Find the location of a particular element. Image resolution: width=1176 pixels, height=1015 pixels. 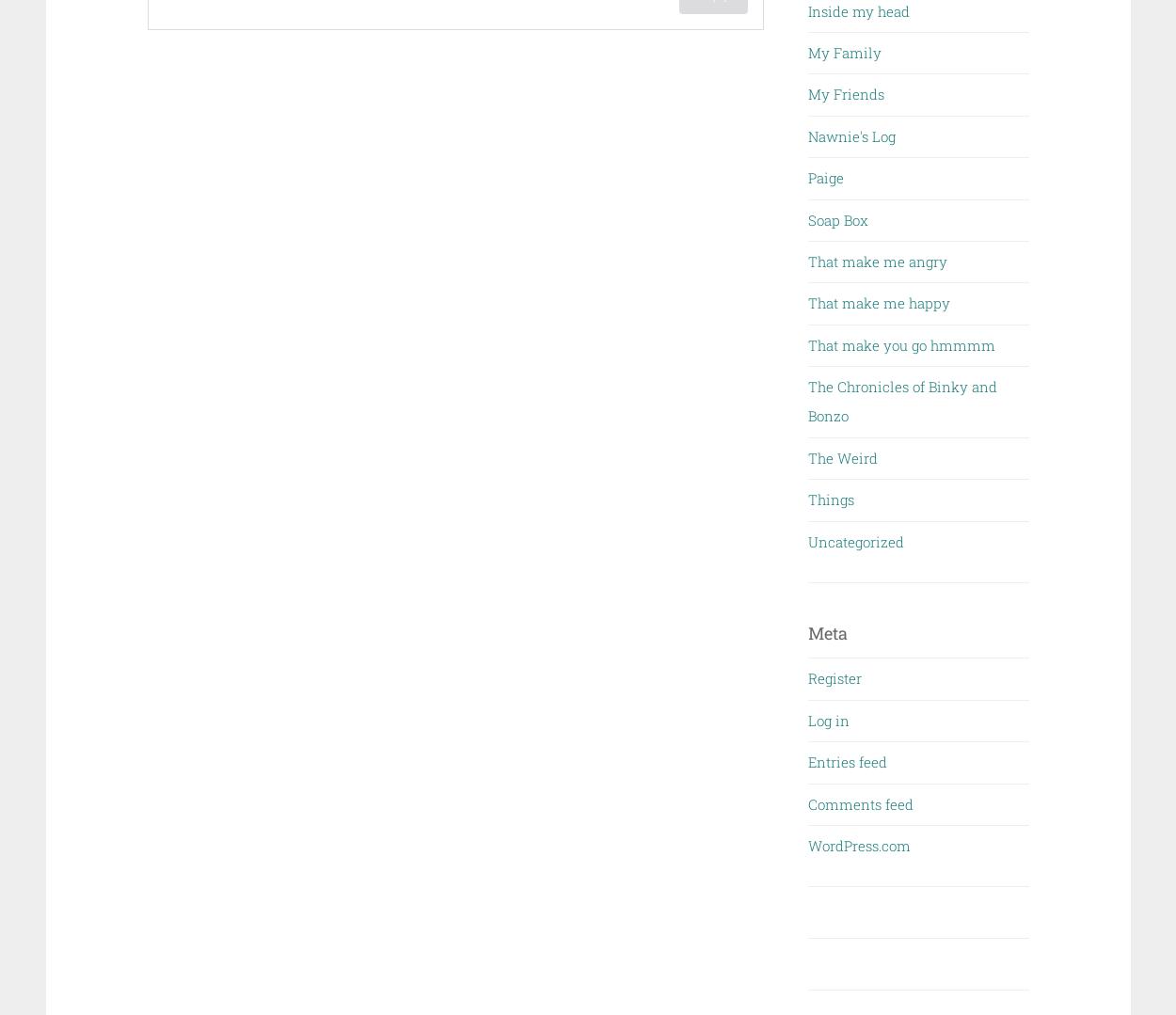

'Entries feed' is located at coordinates (848, 761).